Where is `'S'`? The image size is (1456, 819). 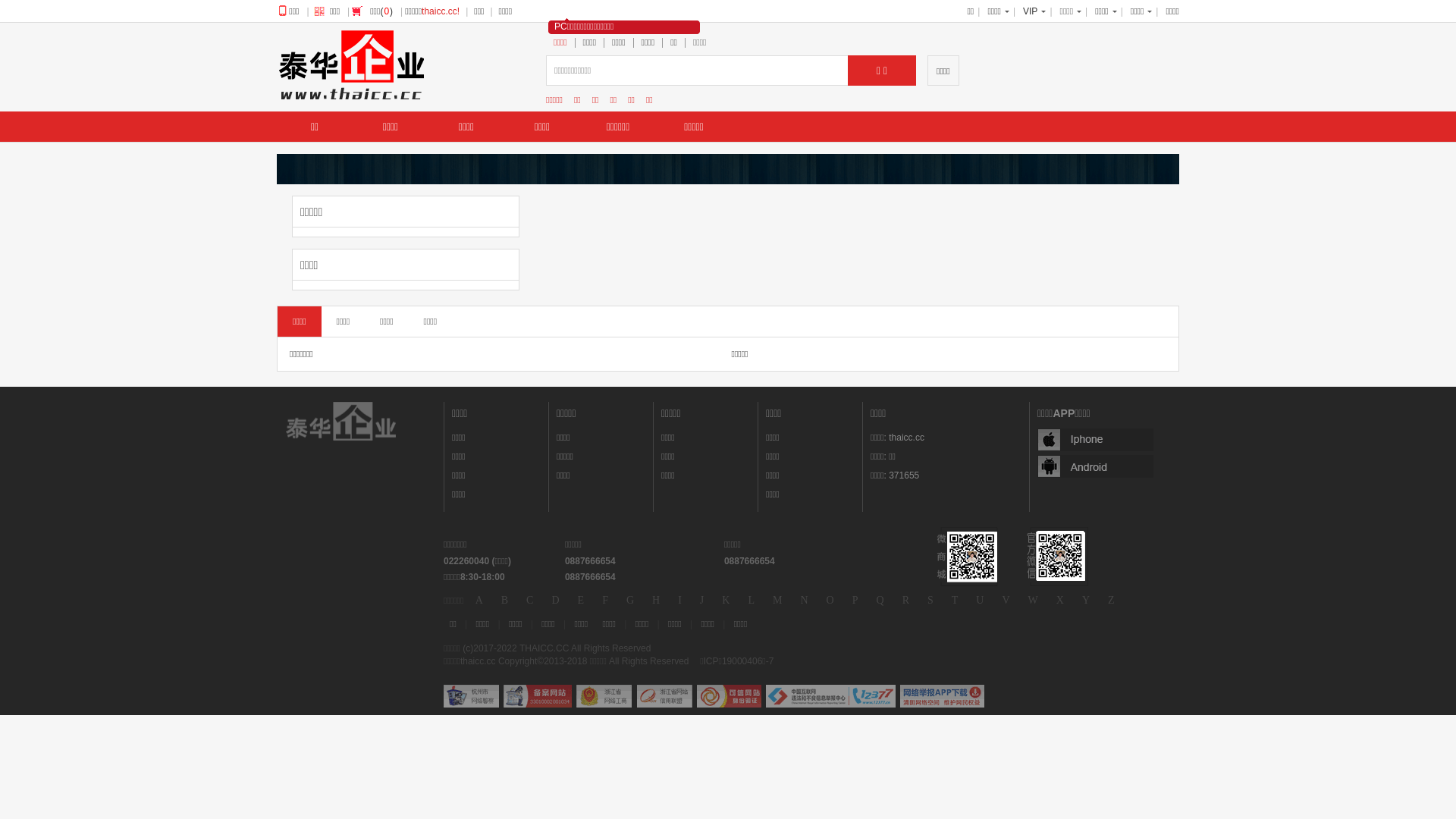
'S' is located at coordinates (930, 599).